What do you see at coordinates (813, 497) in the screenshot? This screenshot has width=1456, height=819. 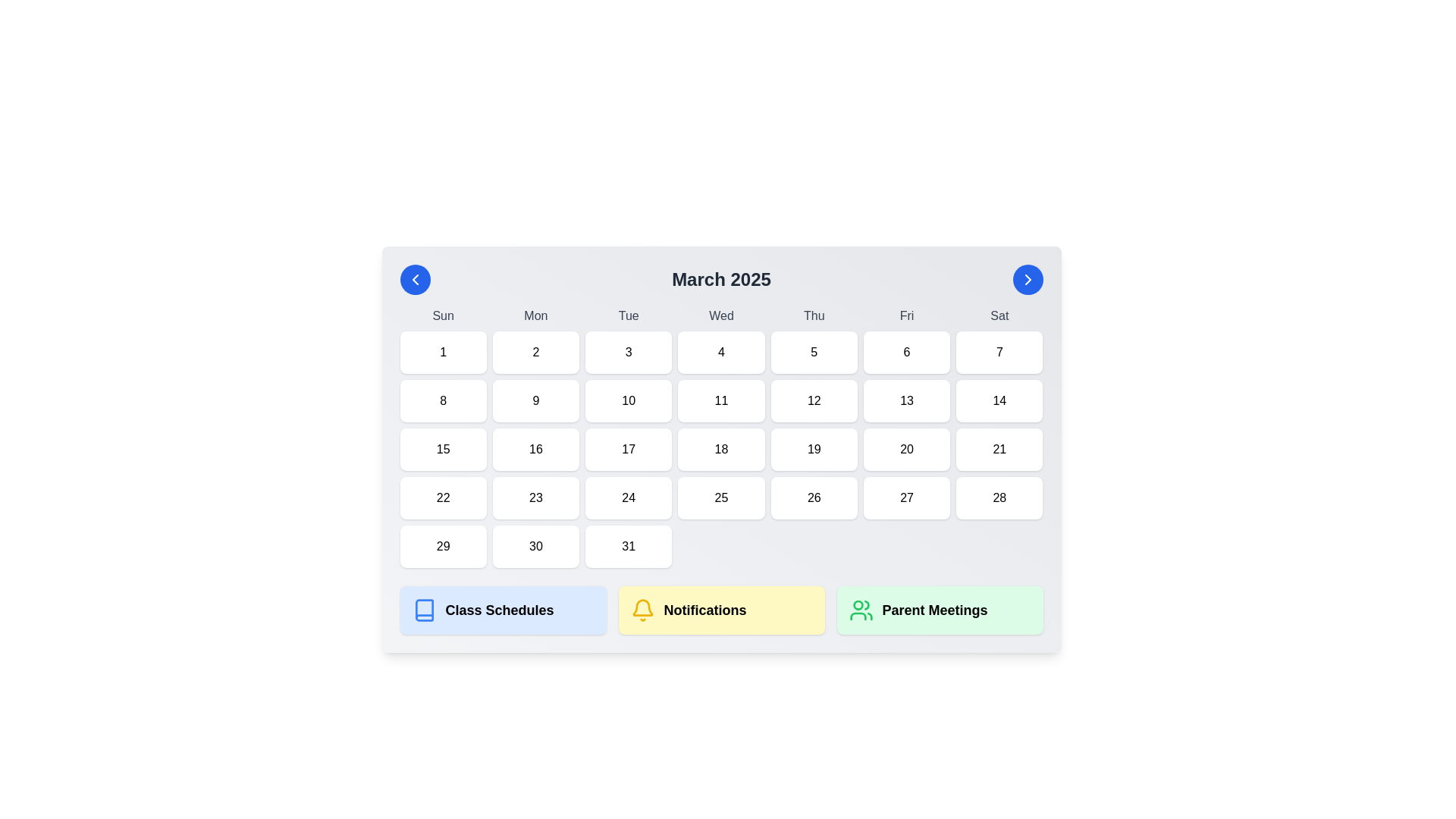 I see `the grid cell displaying the date '26' under the header 'March 2025' in the Thursday column` at bounding box center [813, 497].